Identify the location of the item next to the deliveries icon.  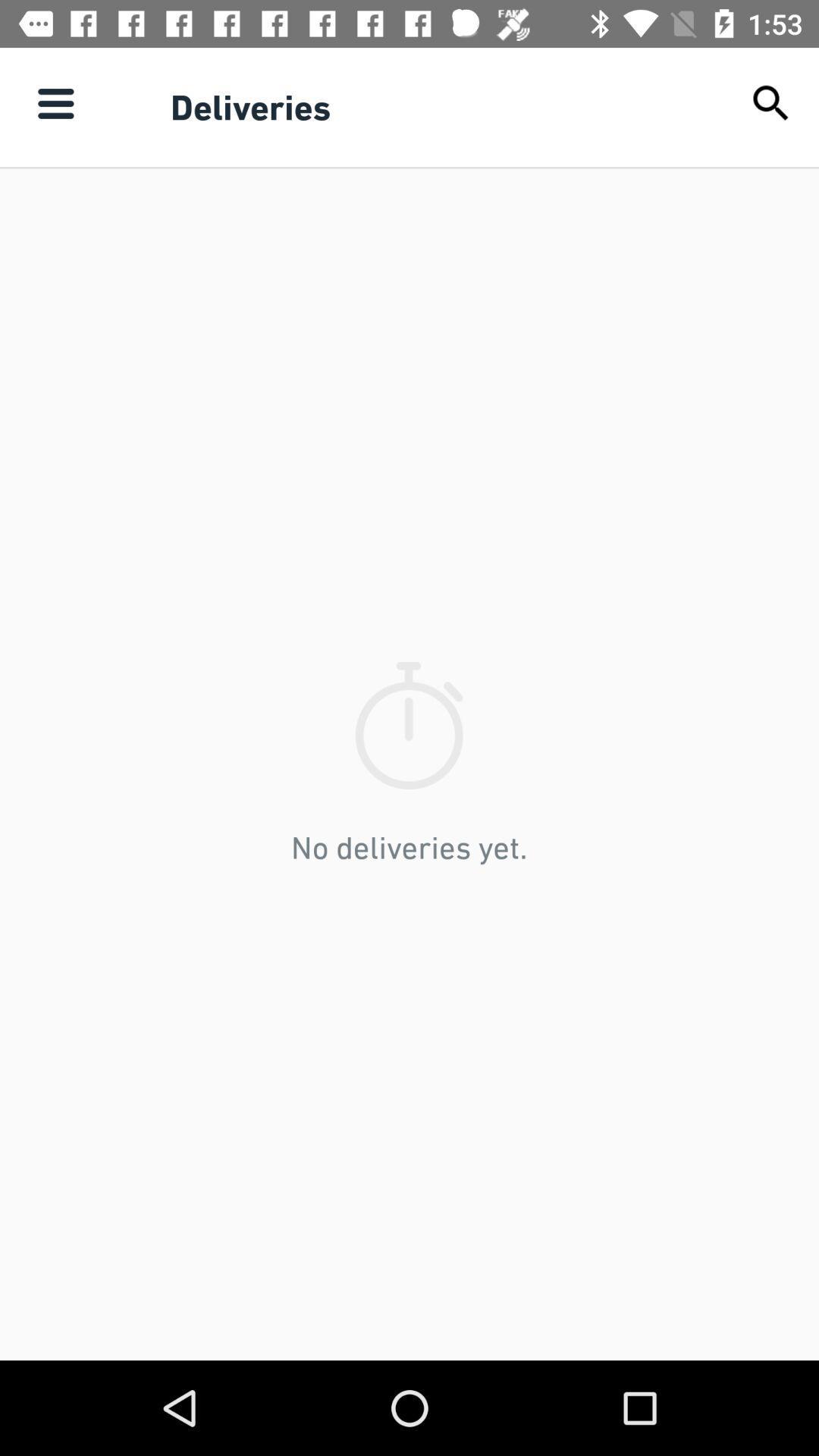
(771, 102).